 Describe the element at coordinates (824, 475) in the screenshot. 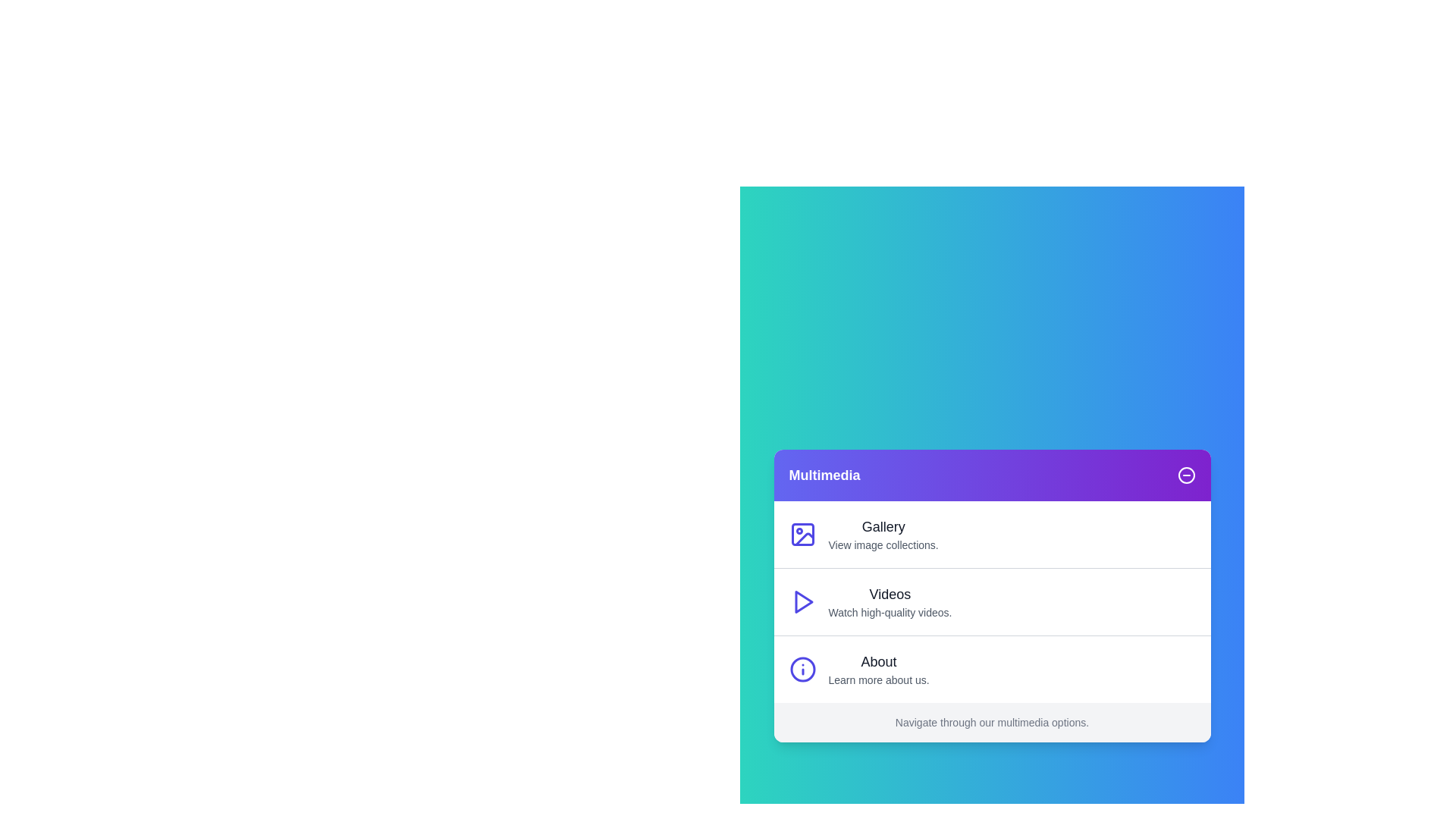

I see `the header text 'Multimedia' to focus or interact with it` at that location.